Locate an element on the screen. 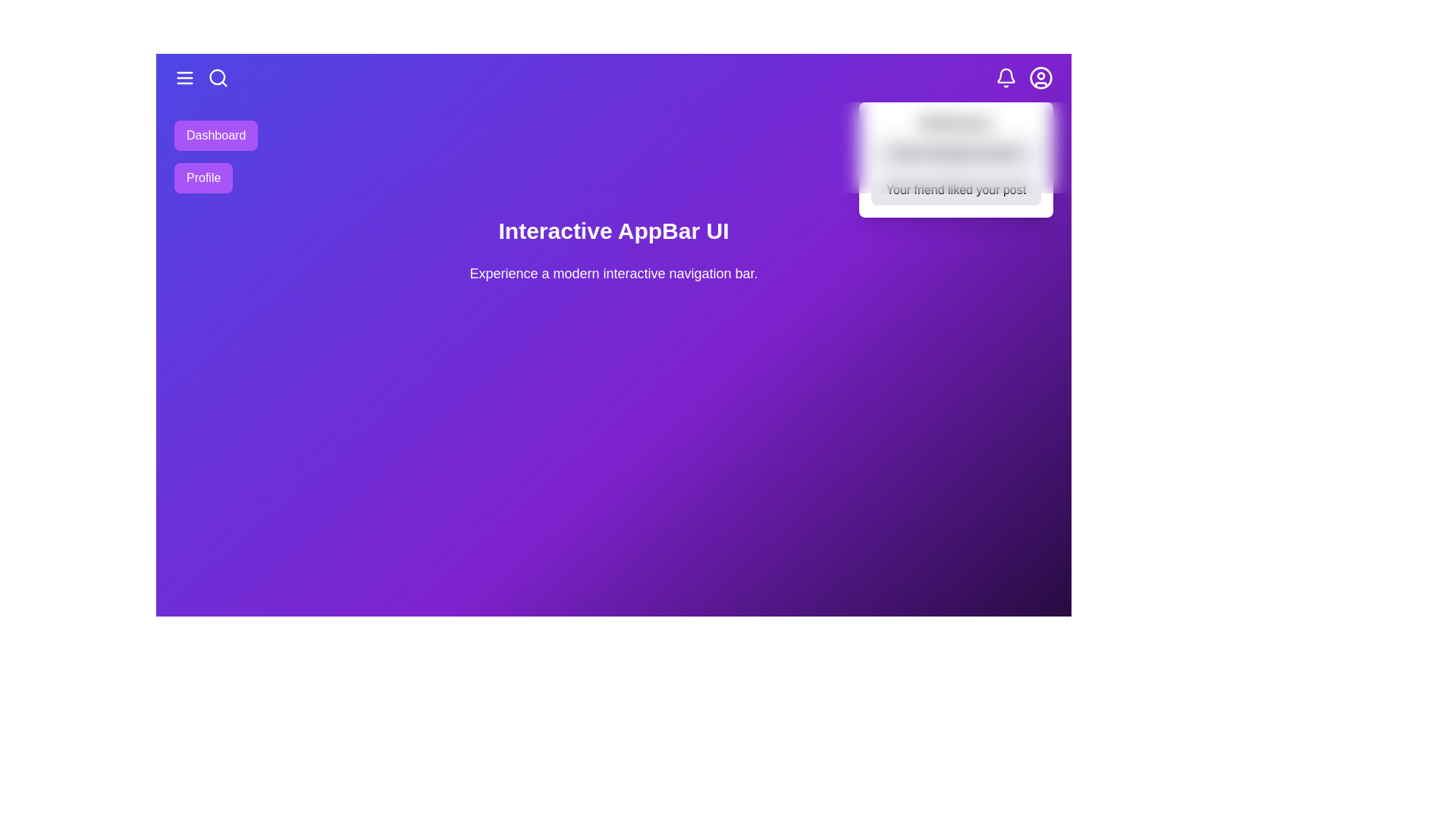 This screenshot has width=1456, height=819. the menu icon to toggle the menu visibility is located at coordinates (184, 78).